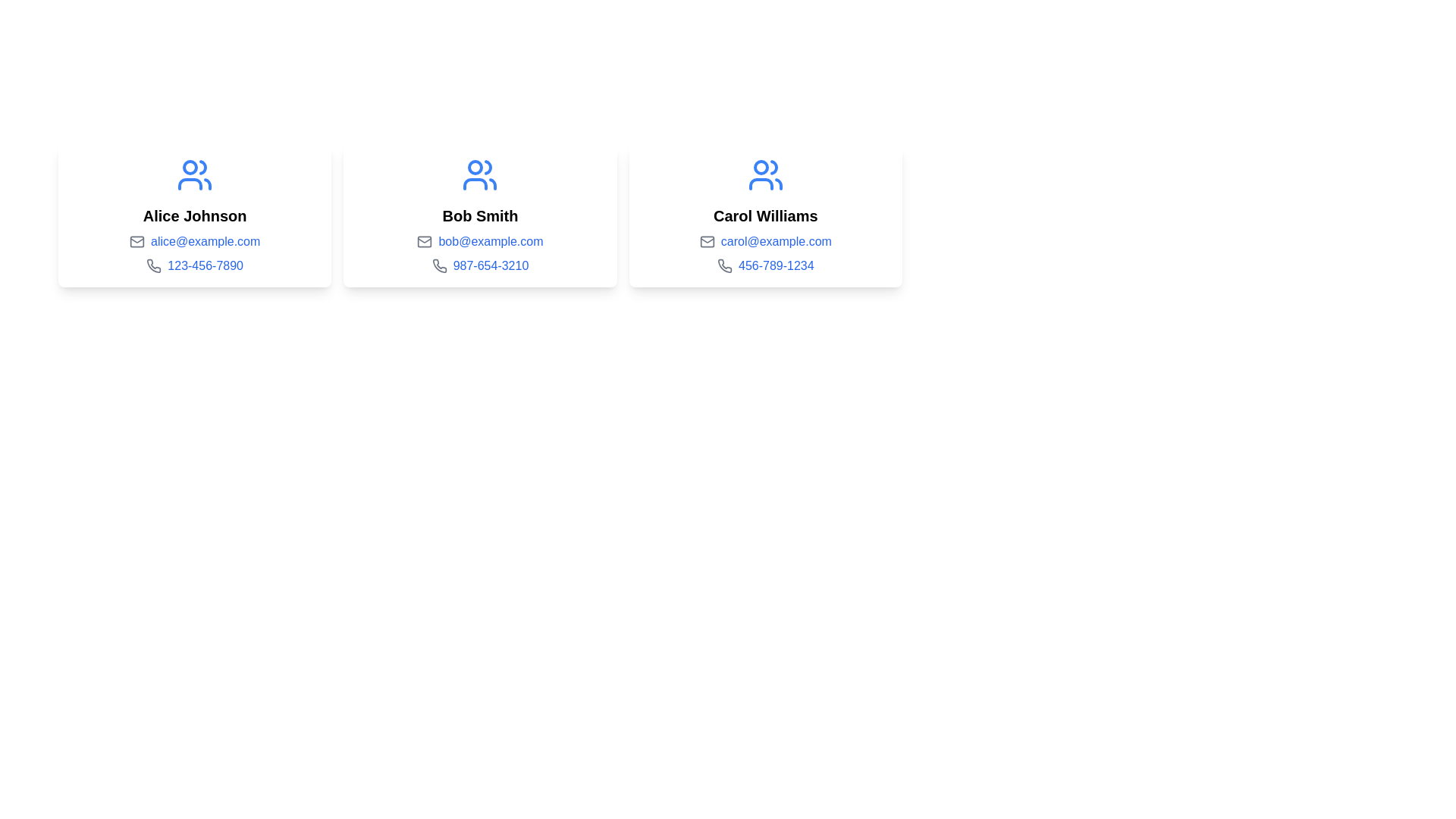 The width and height of the screenshot is (1456, 819). Describe the element at coordinates (764, 241) in the screenshot. I see `the interactive text link for 'Carol Williams' located below her name and above the phone number` at that location.